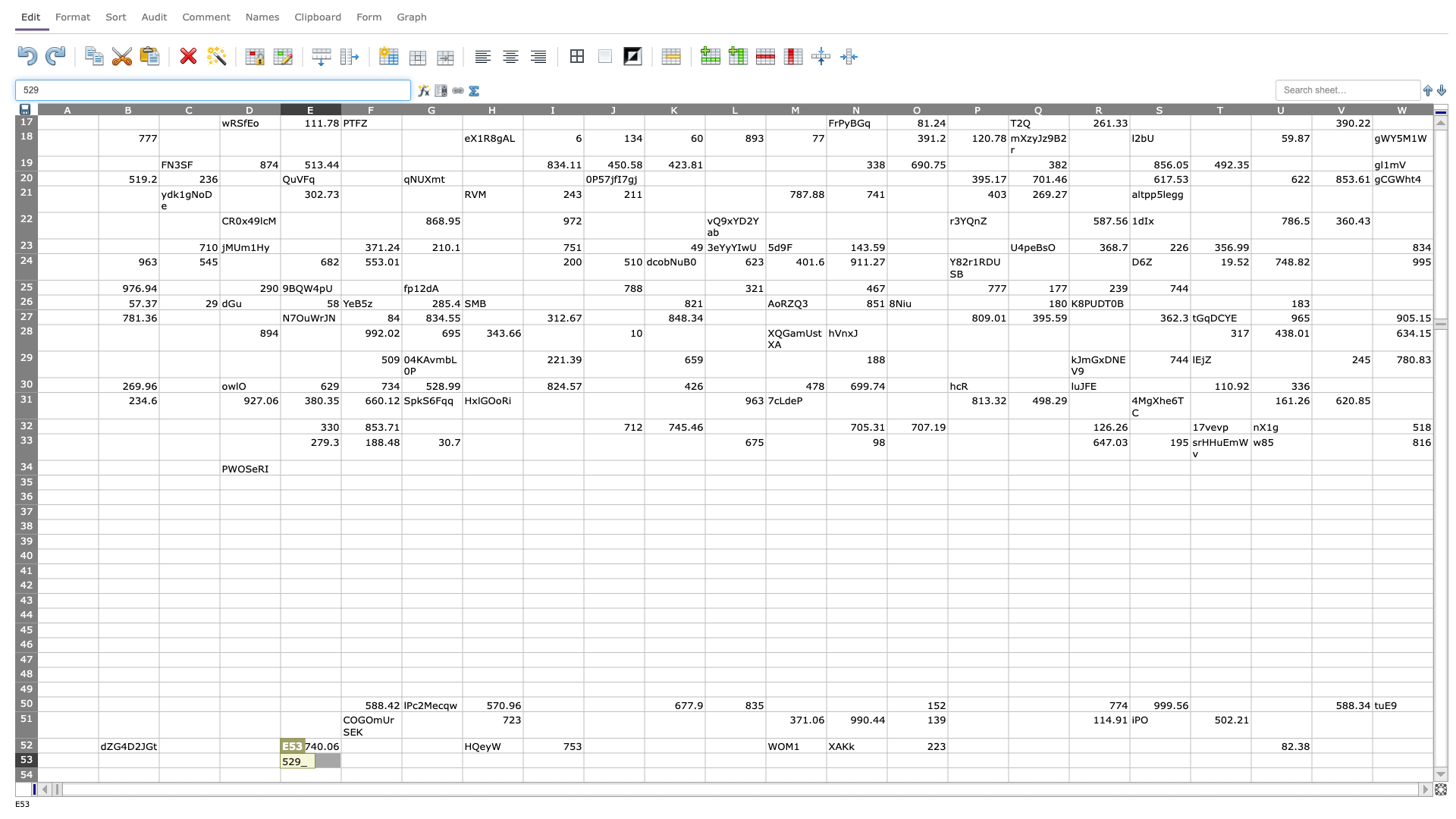 This screenshot has width=1456, height=819. What do you see at coordinates (340, 752) in the screenshot?
I see `Top left corner of F-53` at bounding box center [340, 752].